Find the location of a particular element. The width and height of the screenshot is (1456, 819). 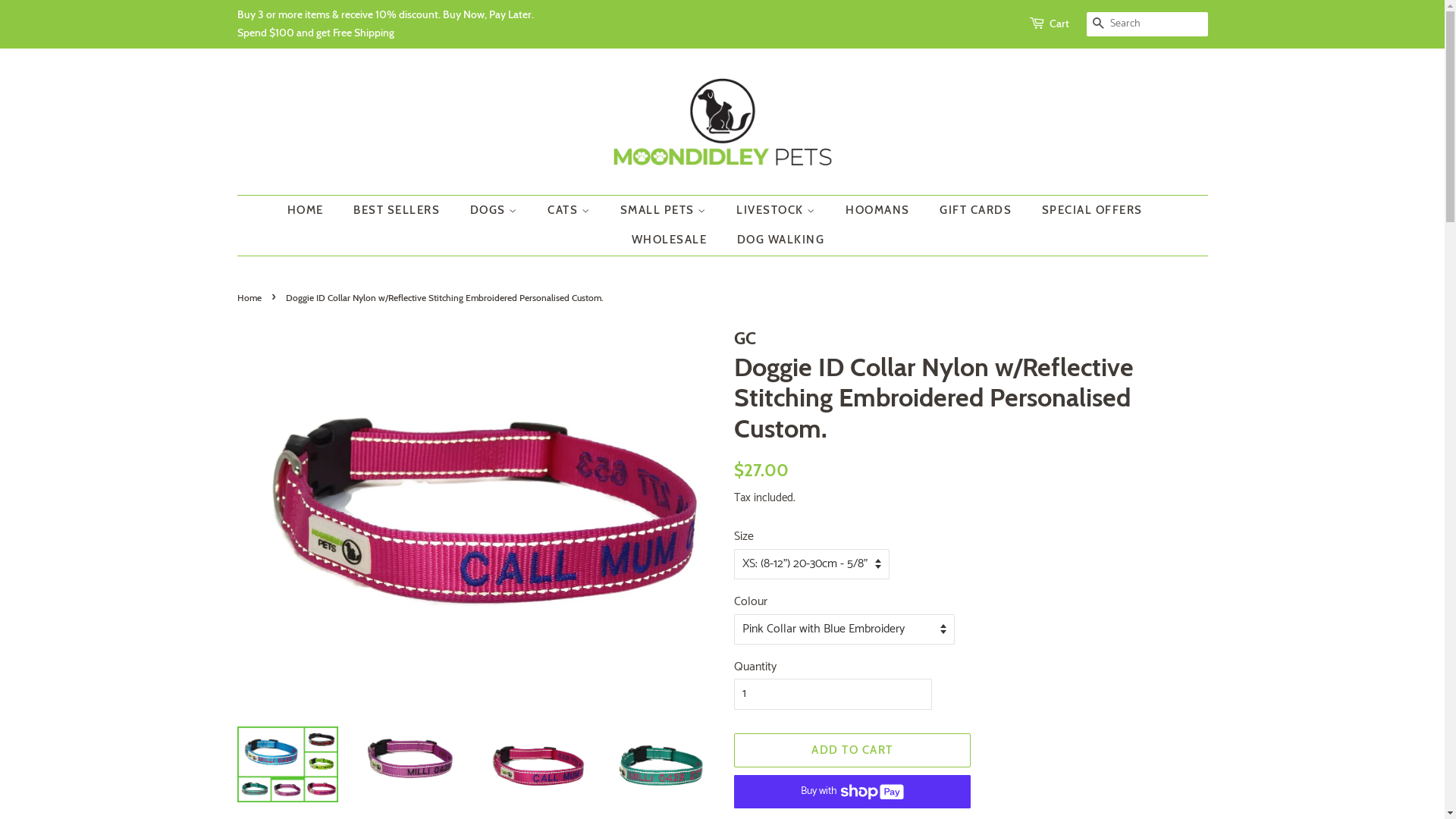

'Cart' is located at coordinates (1058, 24).